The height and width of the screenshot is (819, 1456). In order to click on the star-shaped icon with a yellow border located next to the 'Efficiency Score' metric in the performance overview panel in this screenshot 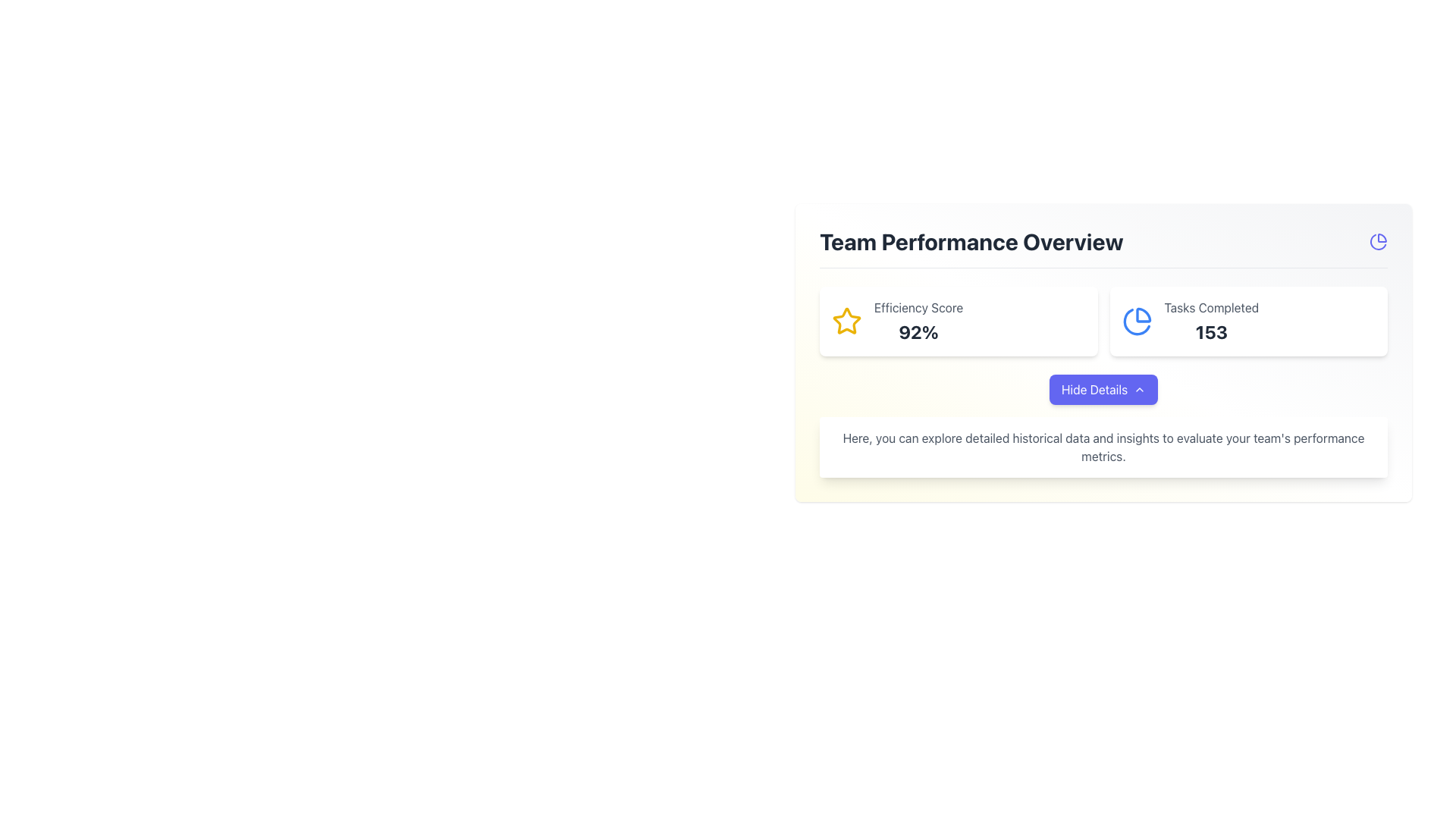, I will do `click(846, 320)`.